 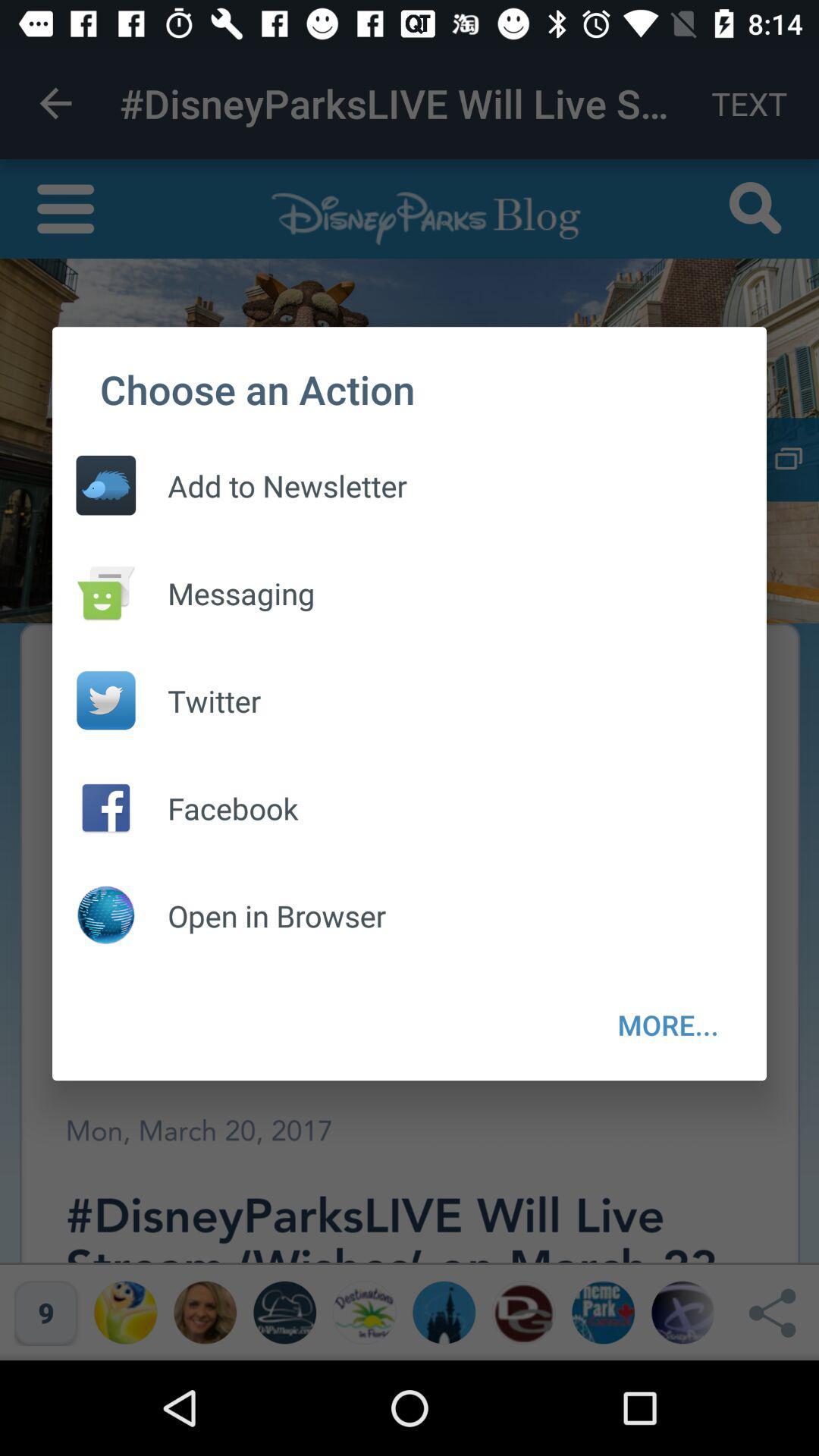 What do you see at coordinates (271, 485) in the screenshot?
I see `the add to newsletter item` at bounding box center [271, 485].